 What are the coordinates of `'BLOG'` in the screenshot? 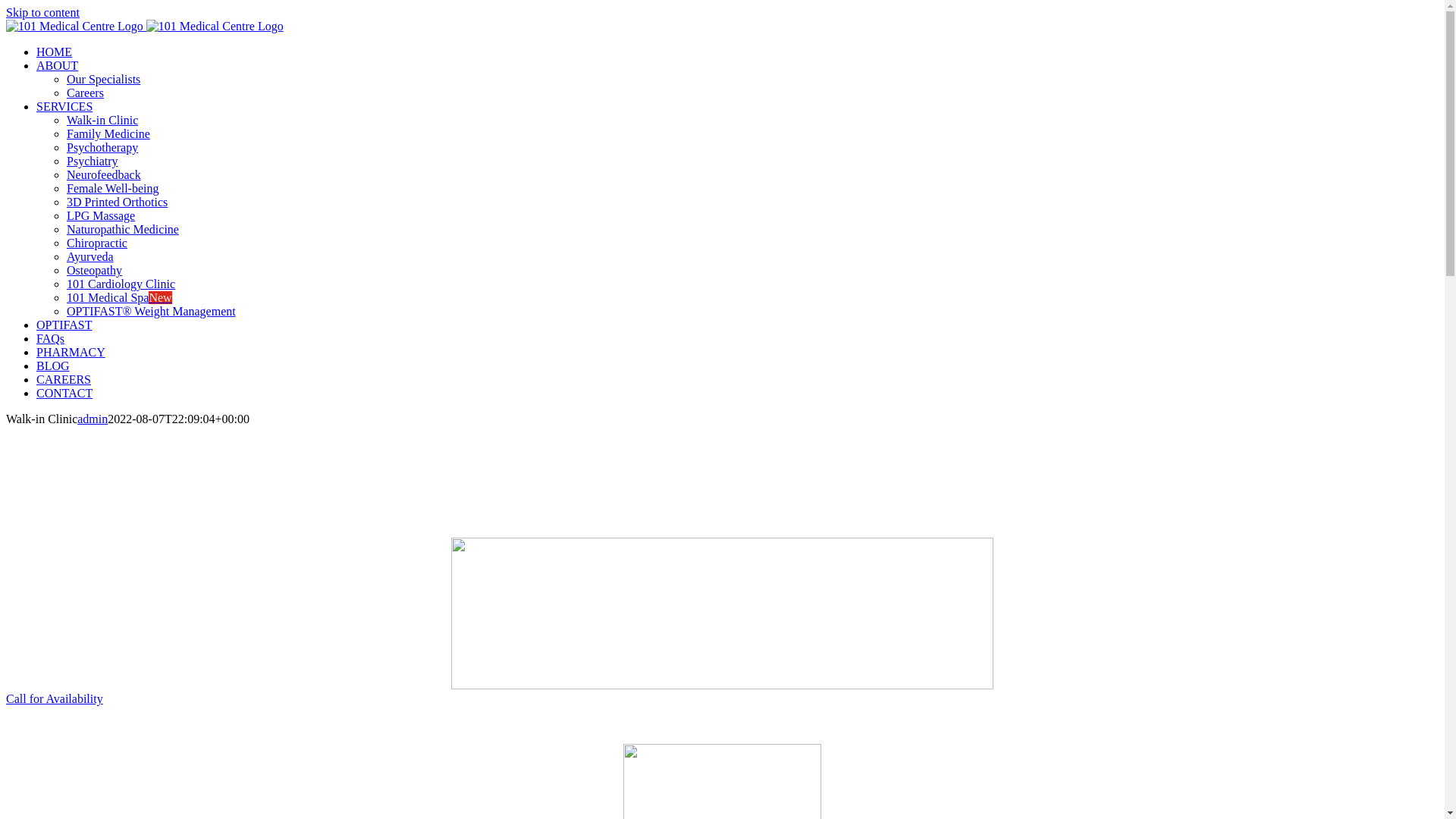 It's located at (53, 366).